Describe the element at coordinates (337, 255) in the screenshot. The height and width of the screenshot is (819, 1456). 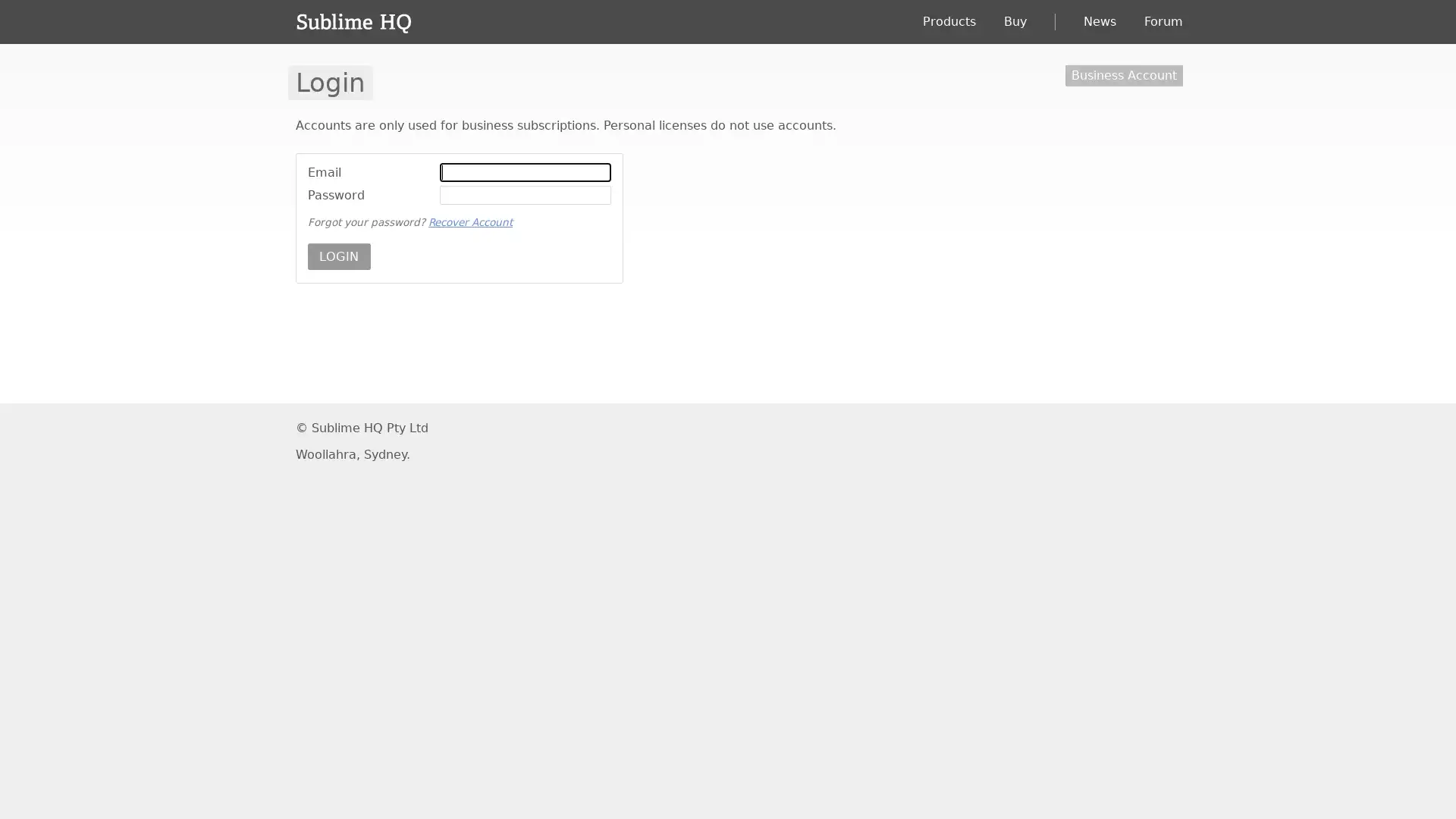
I see `LOGIN` at that location.